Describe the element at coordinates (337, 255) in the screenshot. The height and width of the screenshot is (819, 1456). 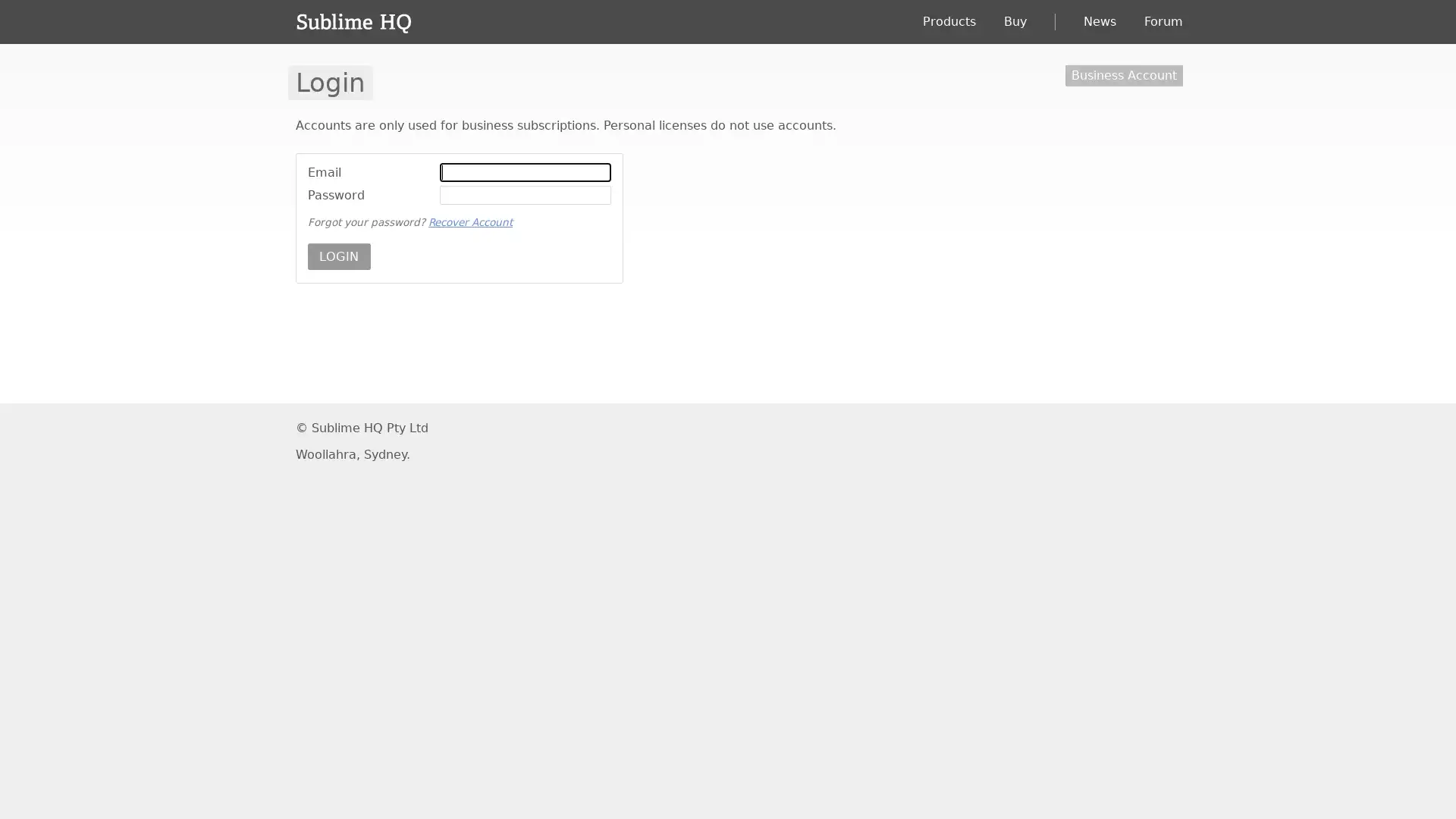
I see `LOGIN` at that location.